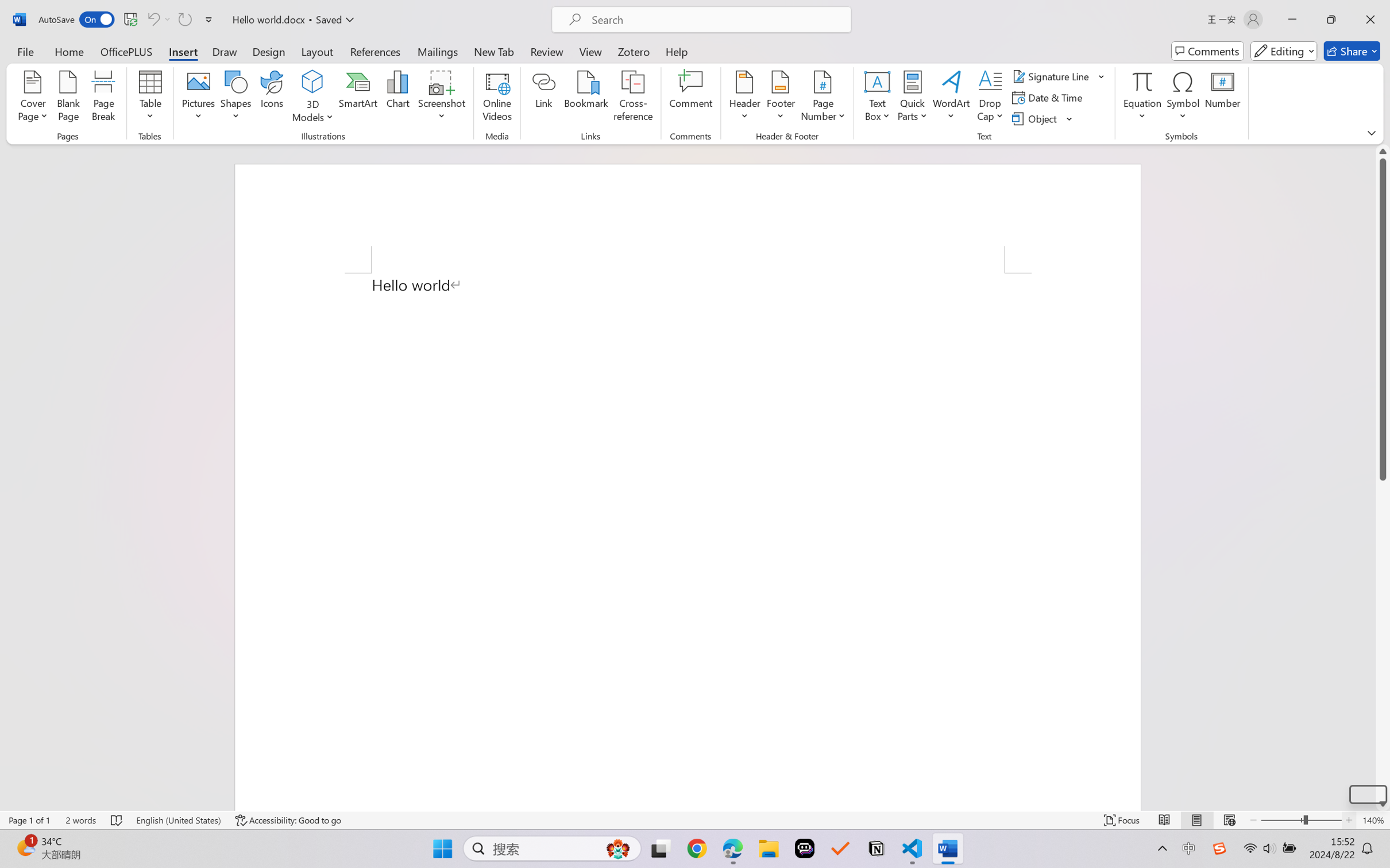 The height and width of the screenshot is (868, 1390). Describe the element at coordinates (67, 98) in the screenshot. I see `'Blank Page'` at that location.